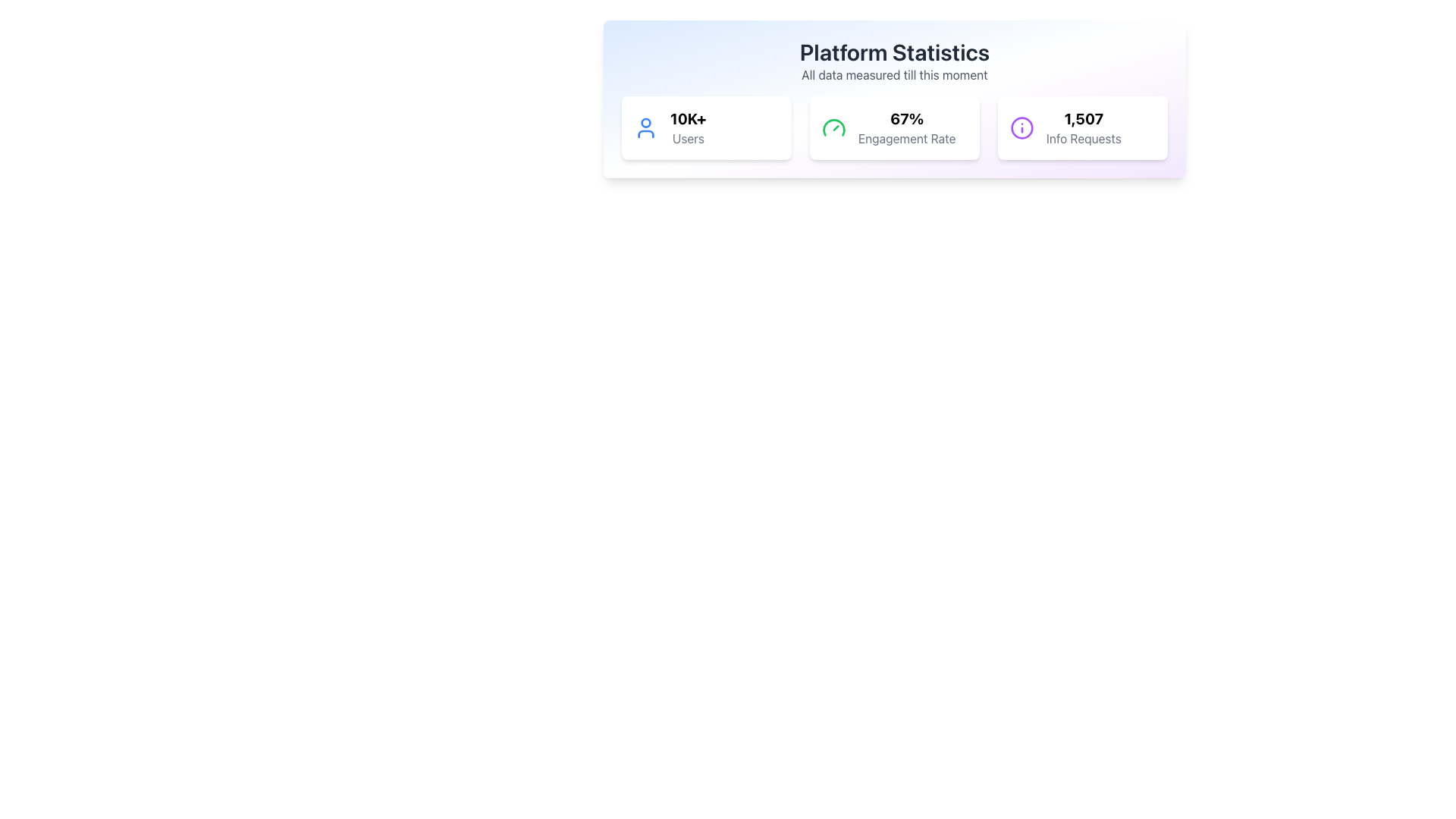  Describe the element at coordinates (1083, 138) in the screenshot. I see `the Text Label that identifies the count of 'Info Requests' located on the rightmost card in the statistics dashboard, positioned below the number '1,507'` at that location.